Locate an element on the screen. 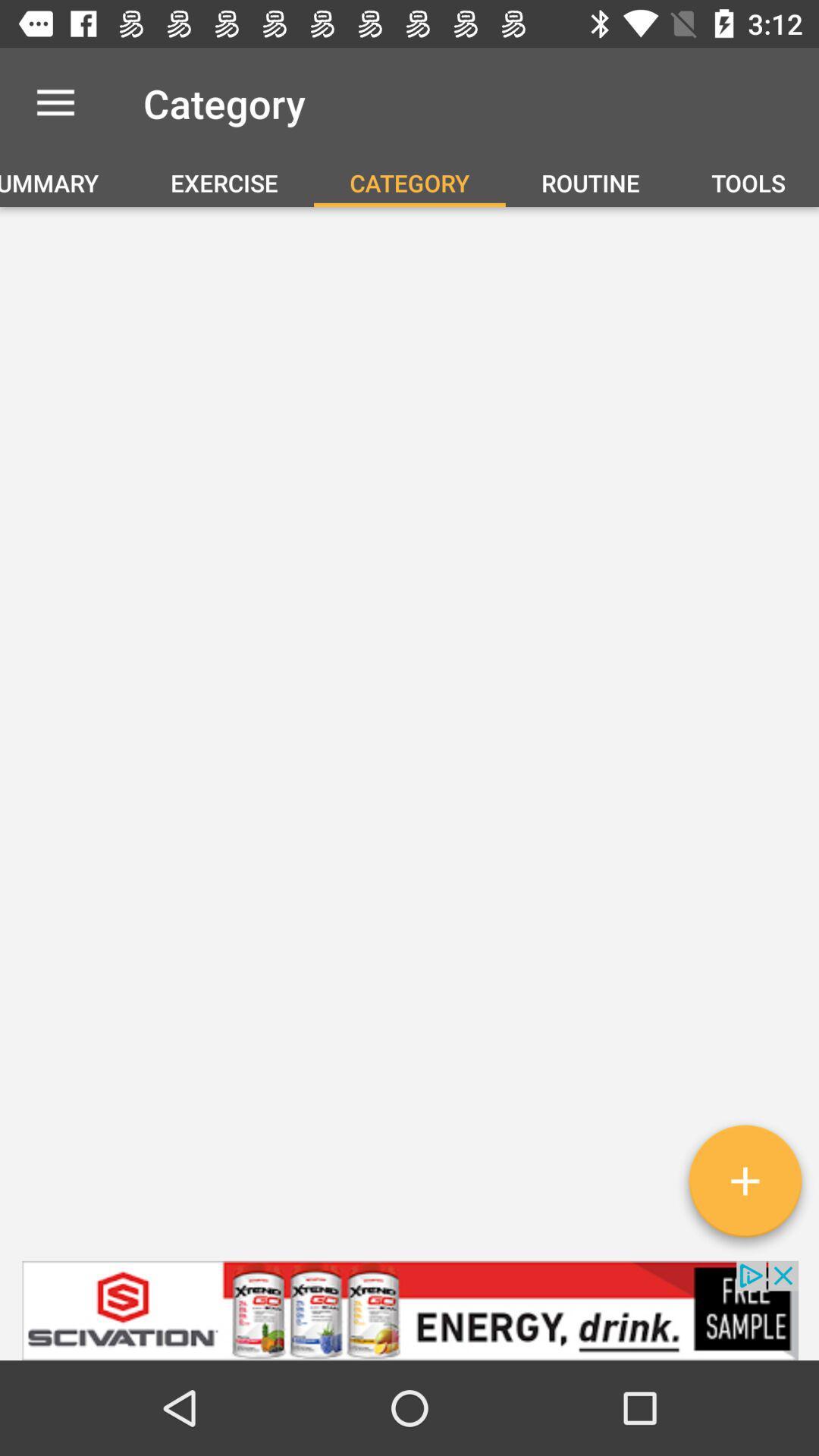  new category is located at coordinates (744, 1186).